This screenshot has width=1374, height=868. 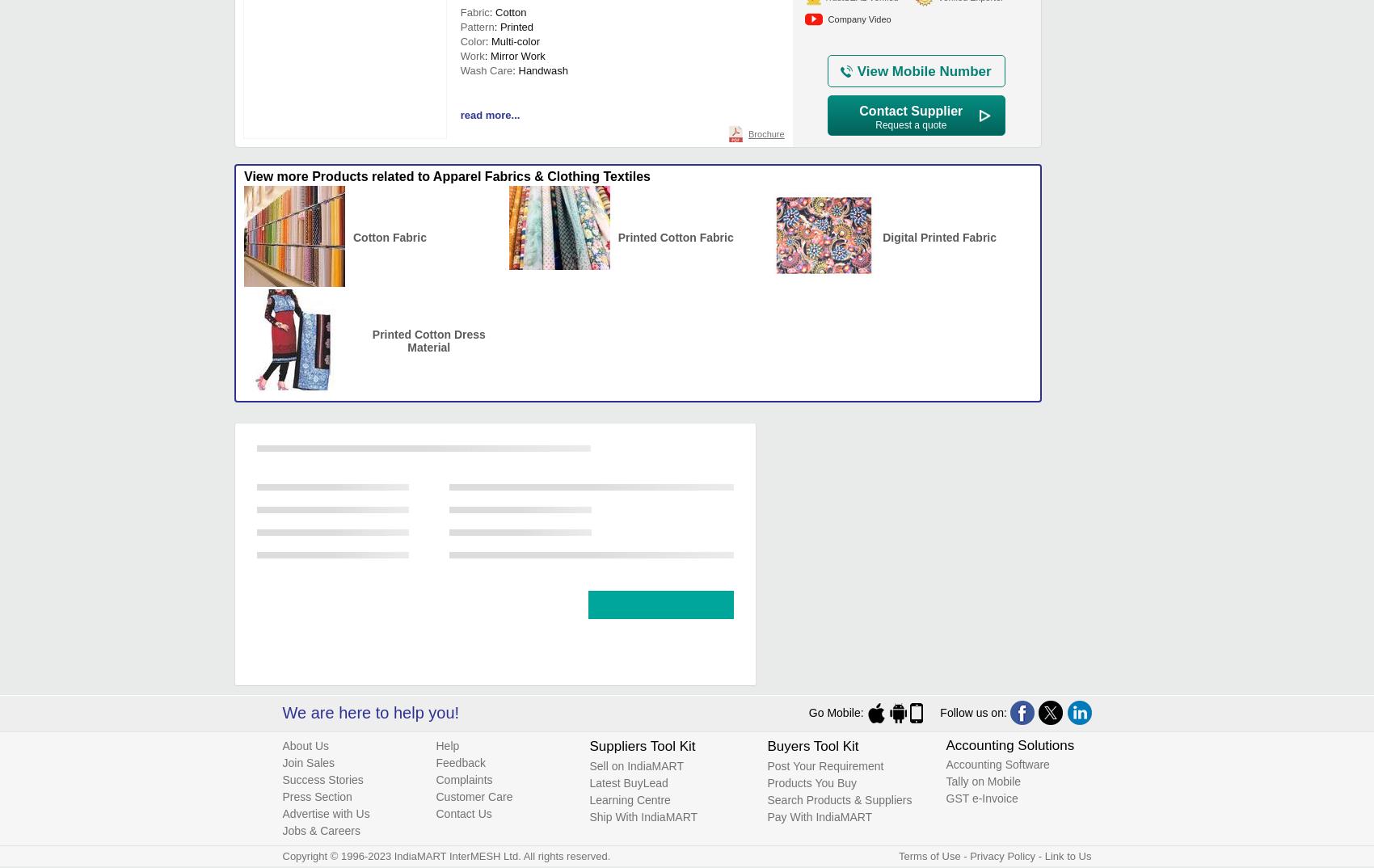 I want to click on 'Usage/Application', so click(x=501, y=205).